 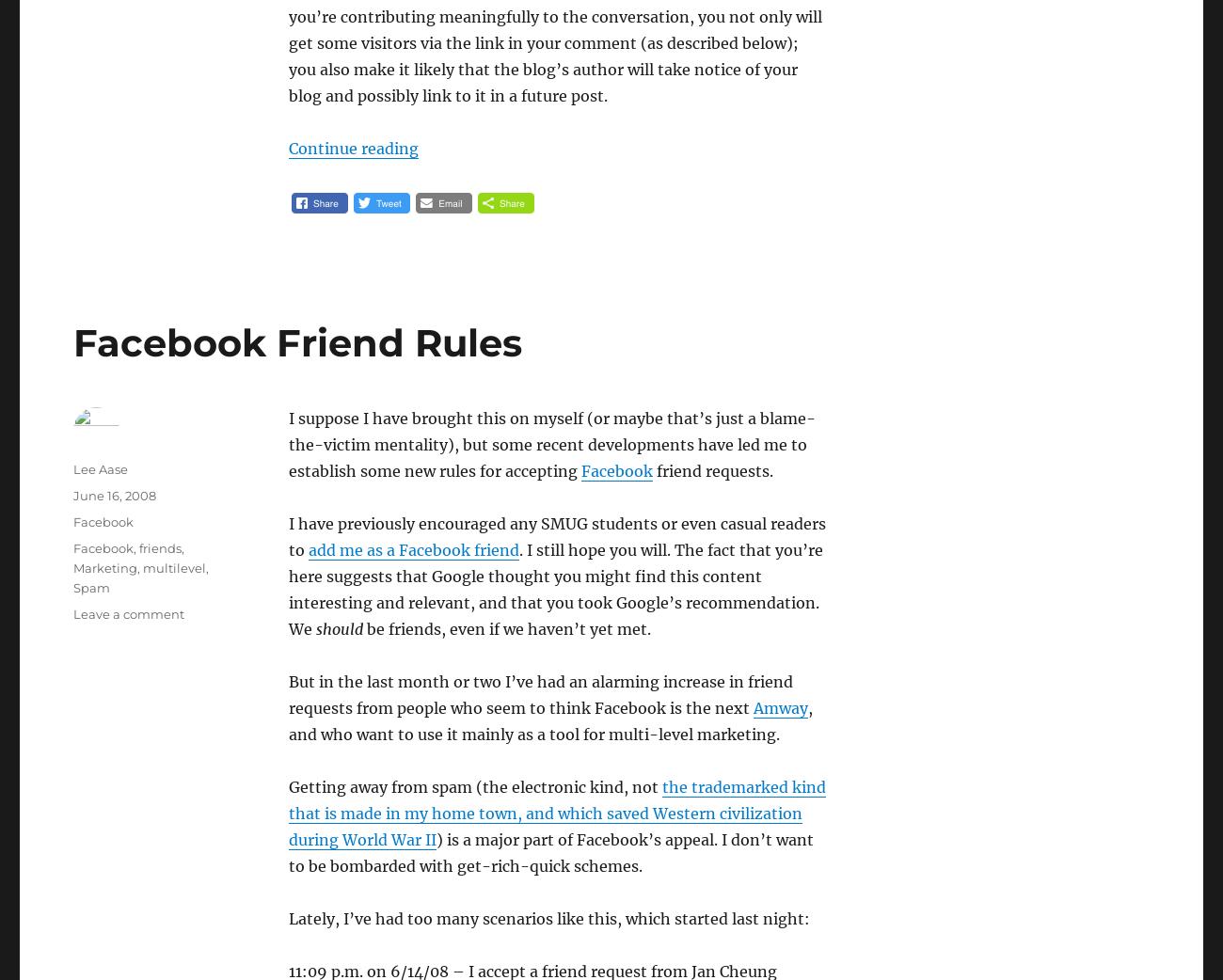 What do you see at coordinates (73, 469) in the screenshot?
I see `'Lee Aase'` at bounding box center [73, 469].